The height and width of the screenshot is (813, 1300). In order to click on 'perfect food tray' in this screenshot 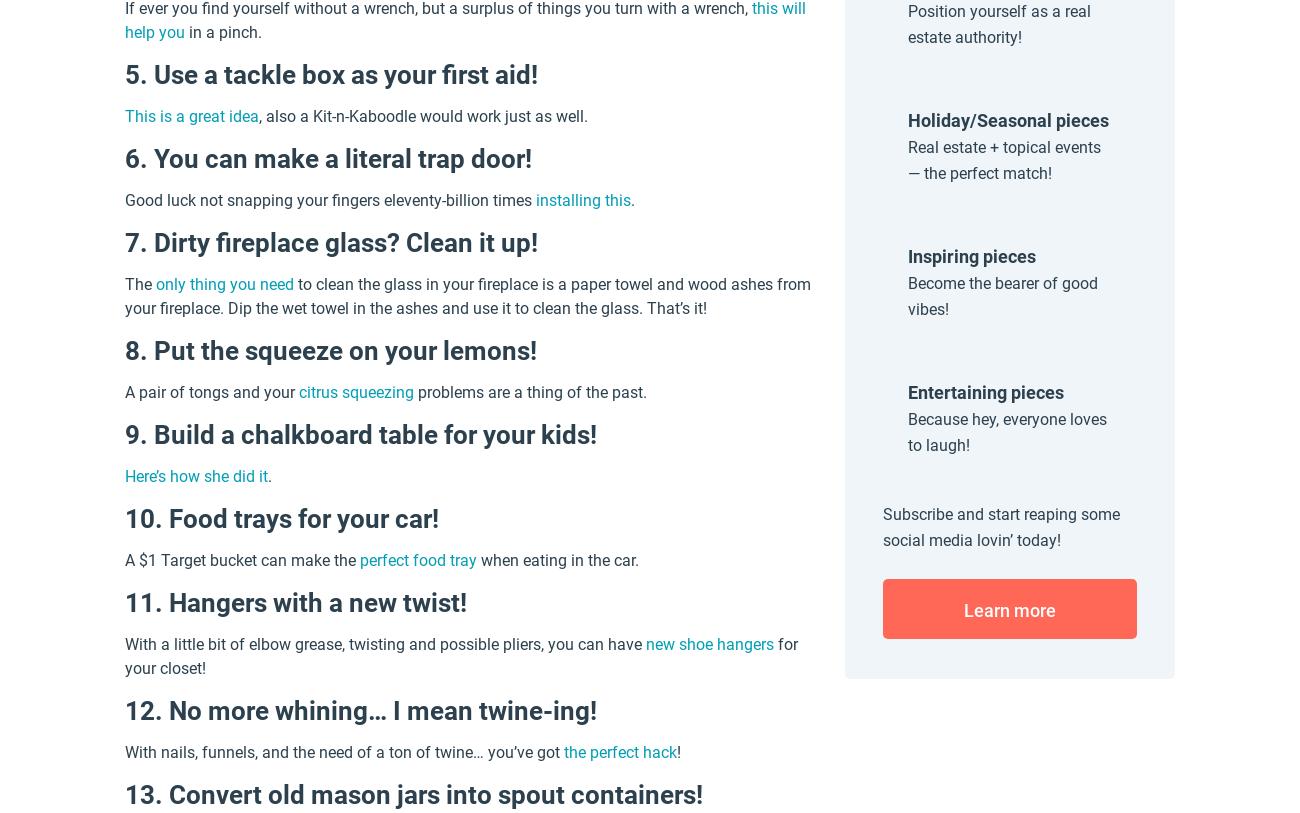, I will do `click(418, 560)`.